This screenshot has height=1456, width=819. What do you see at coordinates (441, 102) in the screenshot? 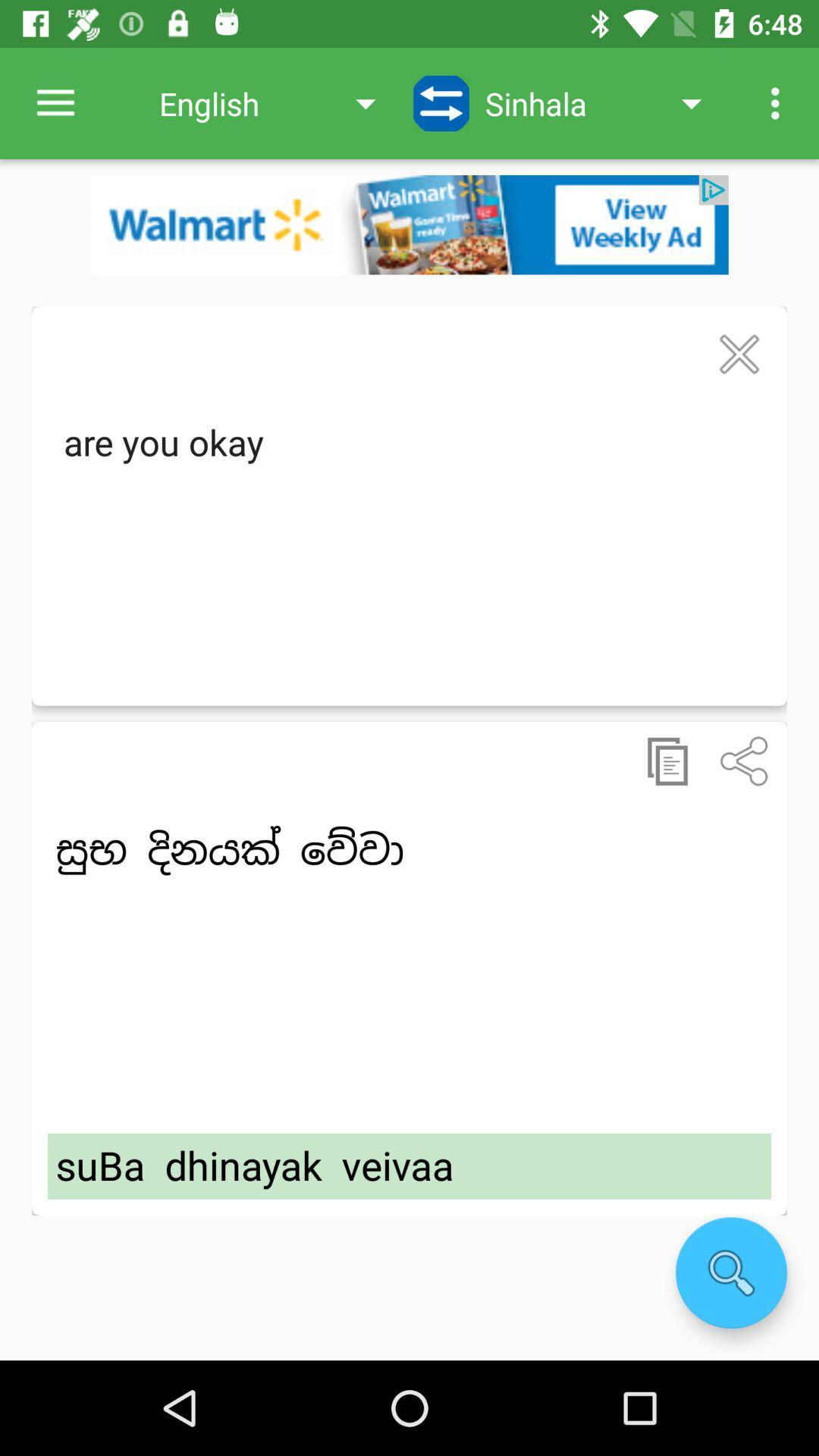
I see `the app to the right of the english` at bounding box center [441, 102].